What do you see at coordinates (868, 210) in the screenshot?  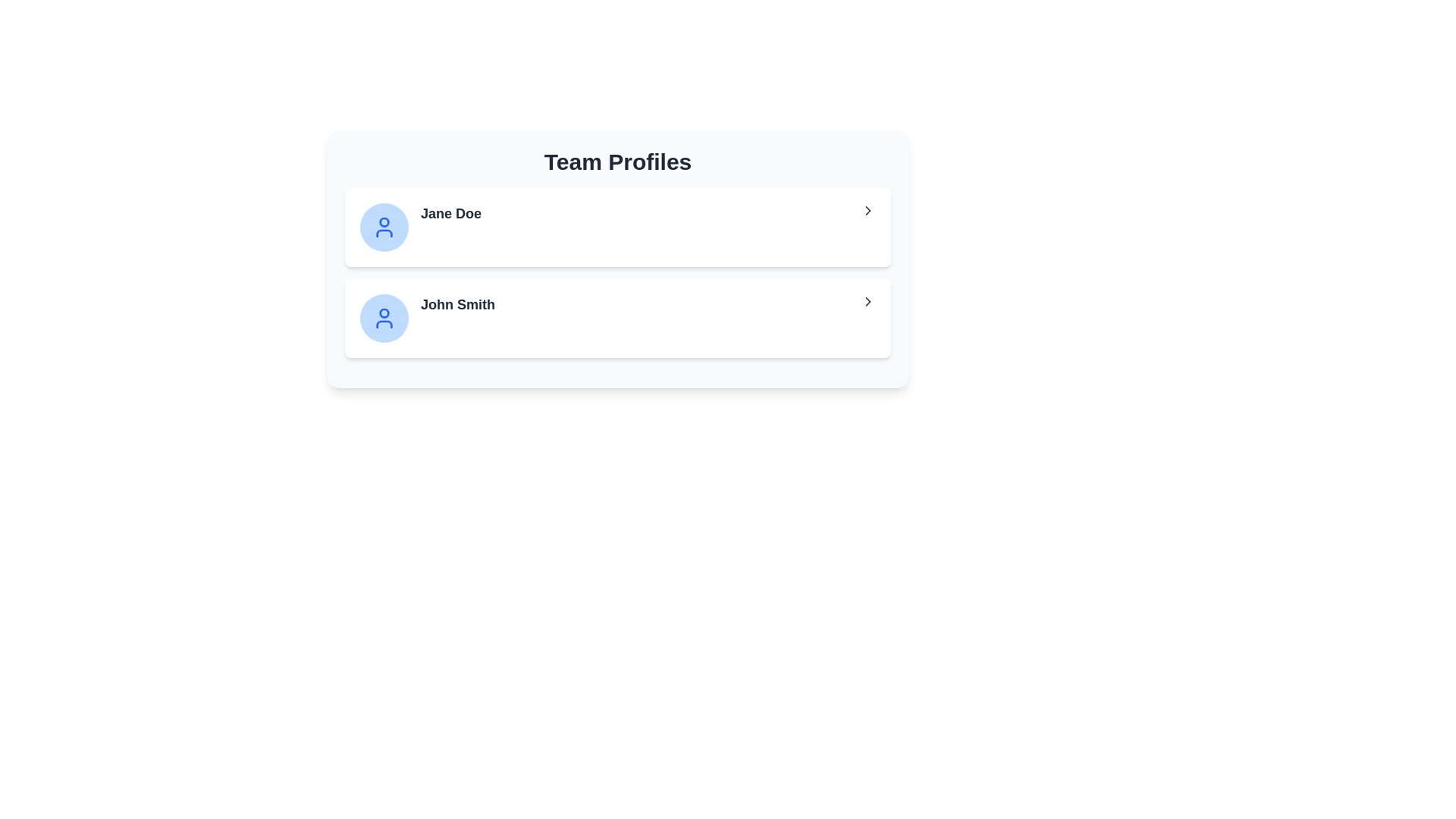 I see `the chevron symbol in the first profile card of the 'Team Profiles' section, located next to 'Jane Doe'` at bounding box center [868, 210].